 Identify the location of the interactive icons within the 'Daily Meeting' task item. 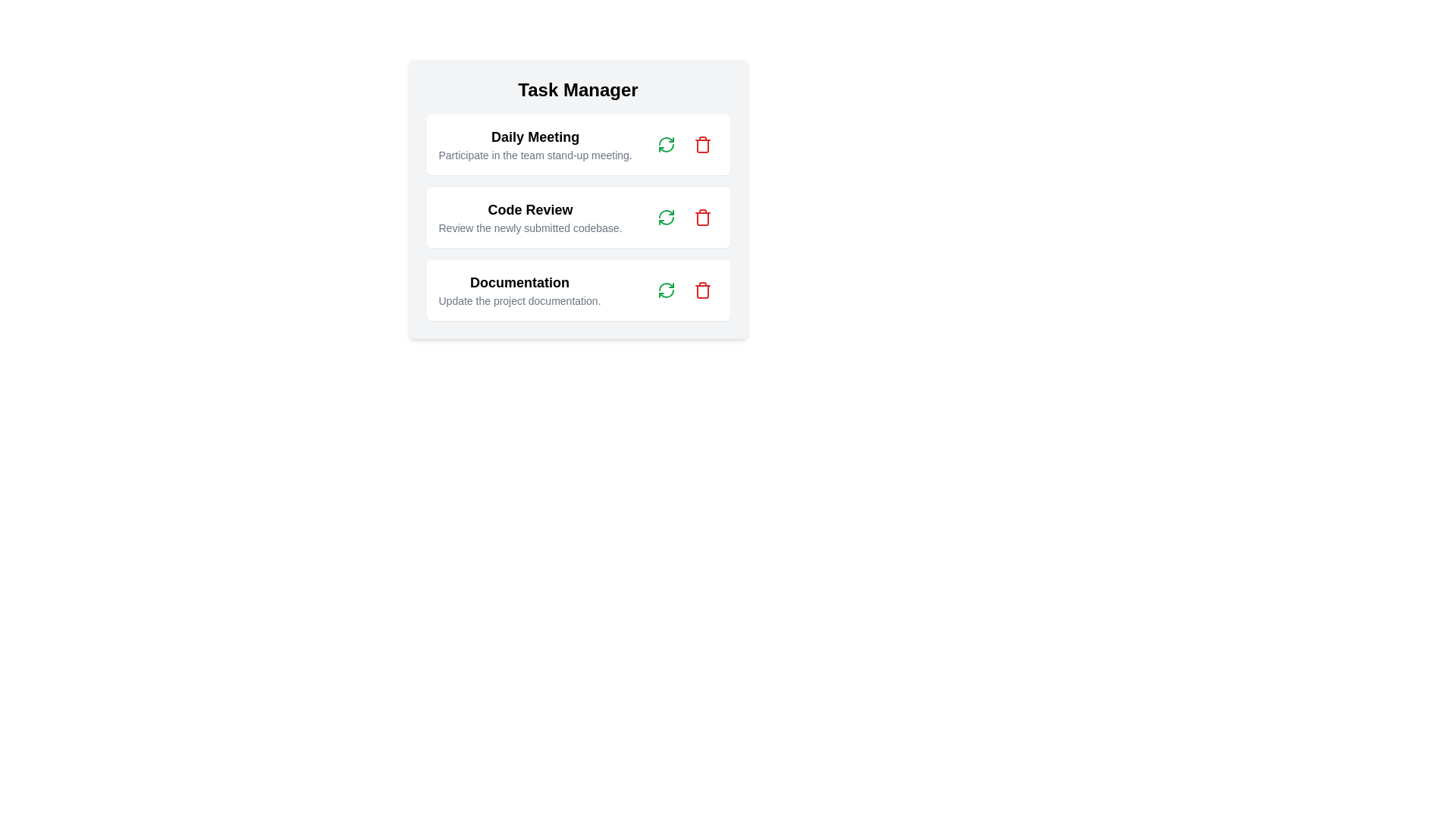
(683, 145).